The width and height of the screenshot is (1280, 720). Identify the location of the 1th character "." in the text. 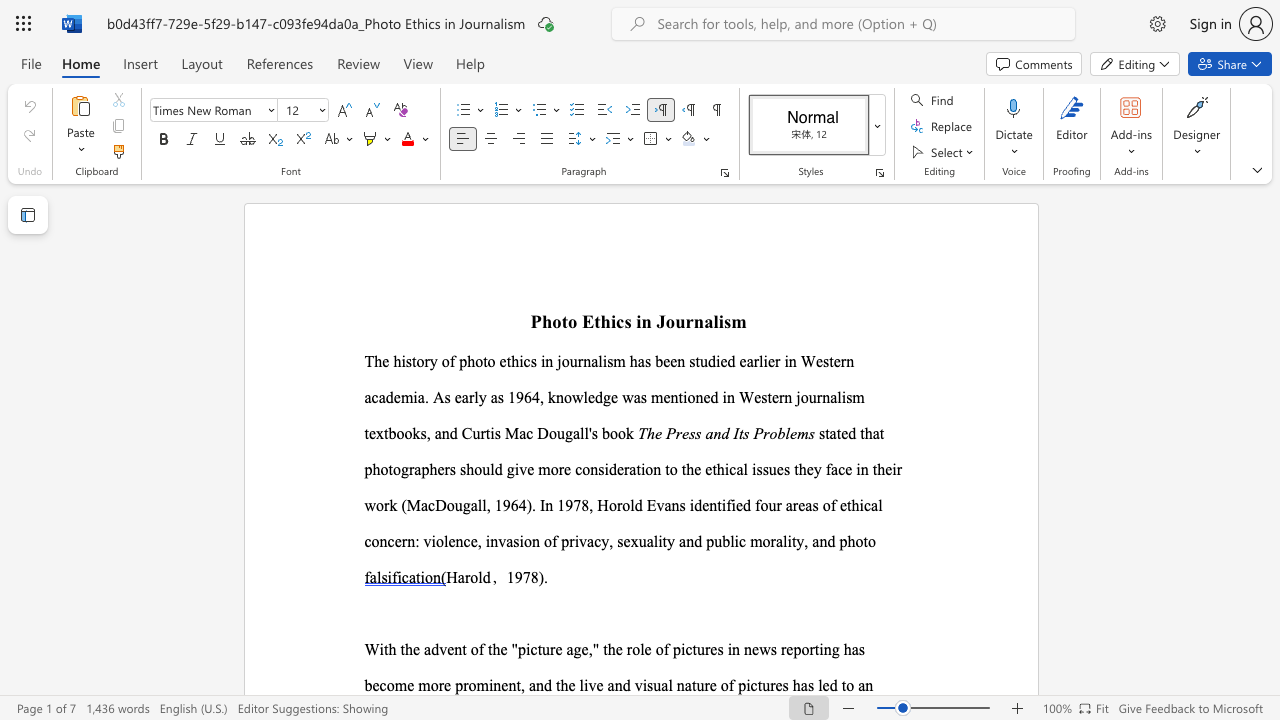
(546, 577).